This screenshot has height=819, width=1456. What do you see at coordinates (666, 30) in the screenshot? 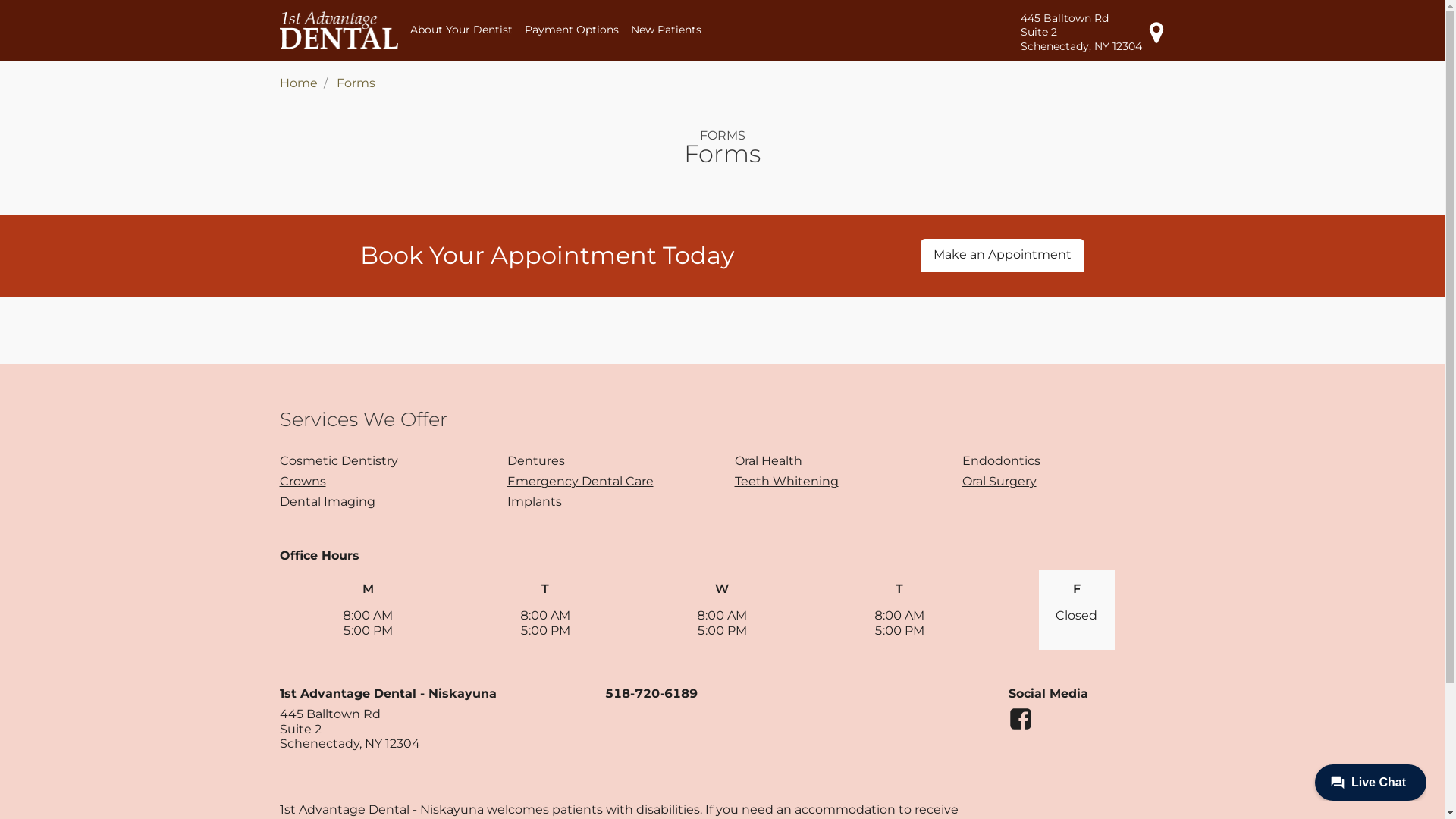
I see `'New Patients'` at bounding box center [666, 30].